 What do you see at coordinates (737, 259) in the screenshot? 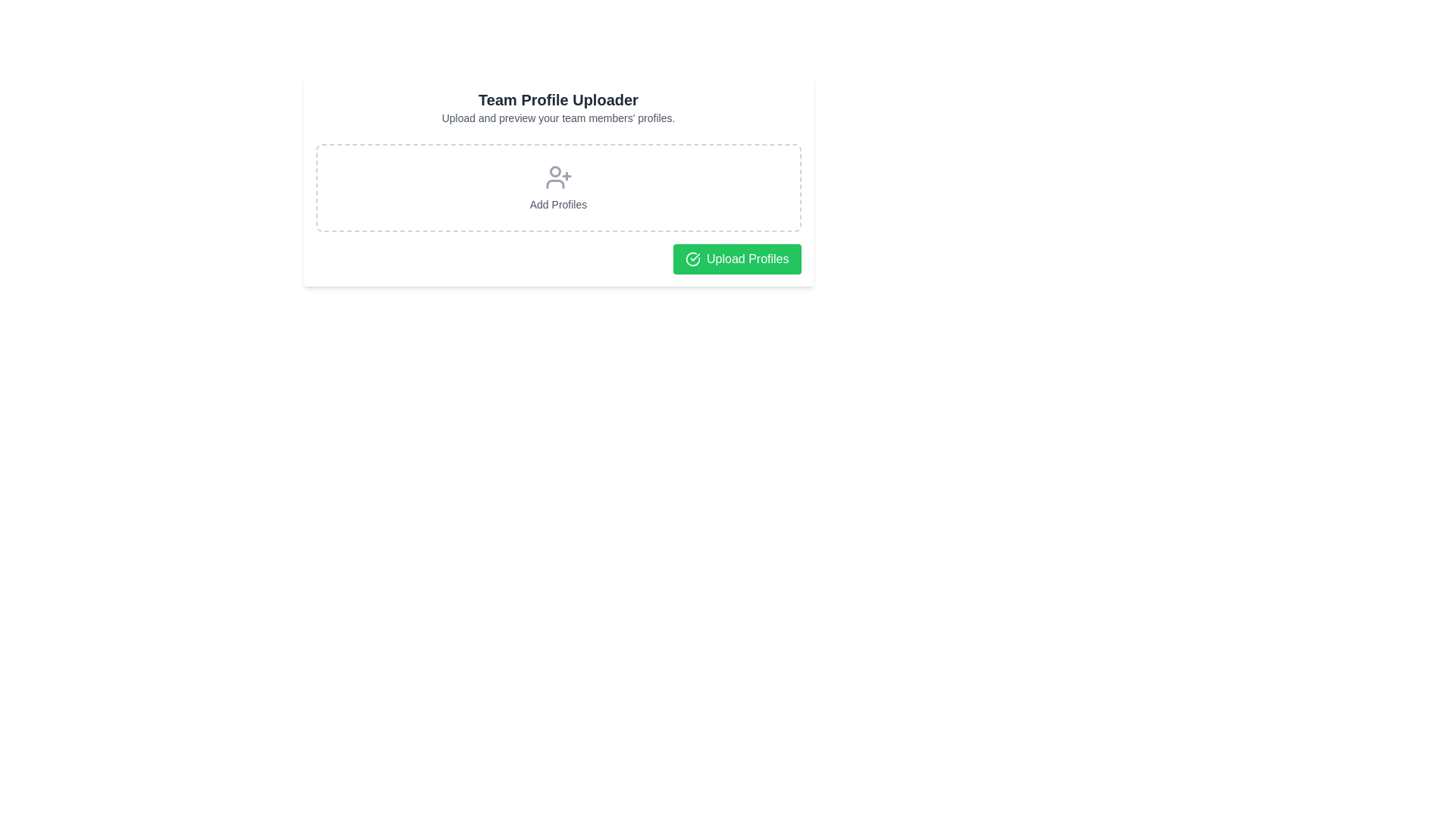
I see `the button located in the bottom-right corner of the 'text-right mt-4' grouping area` at bounding box center [737, 259].